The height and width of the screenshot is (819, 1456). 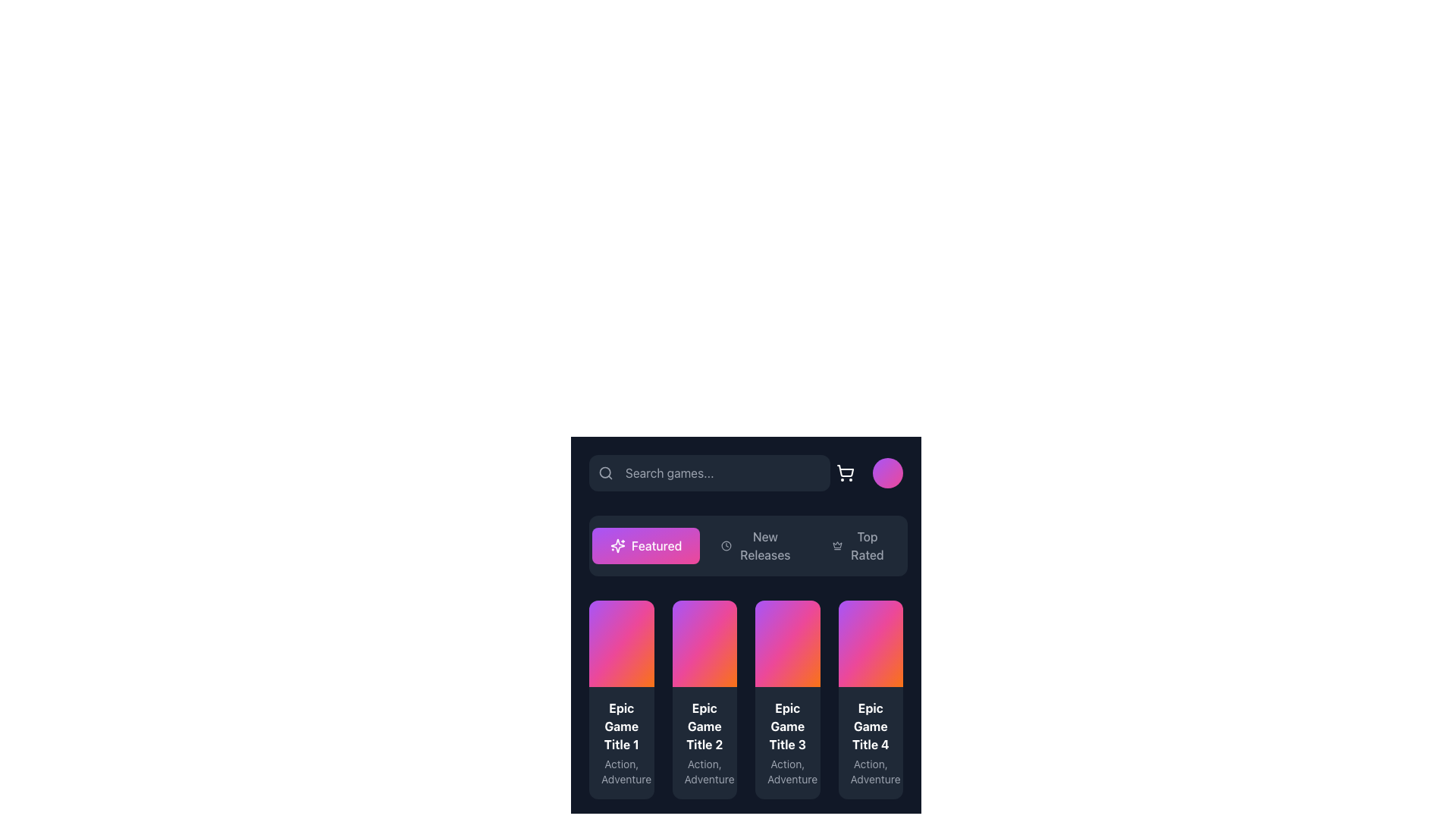 What do you see at coordinates (745, 616) in the screenshot?
I see `the third game card in the grid layout` at bounding box center [745, 616].